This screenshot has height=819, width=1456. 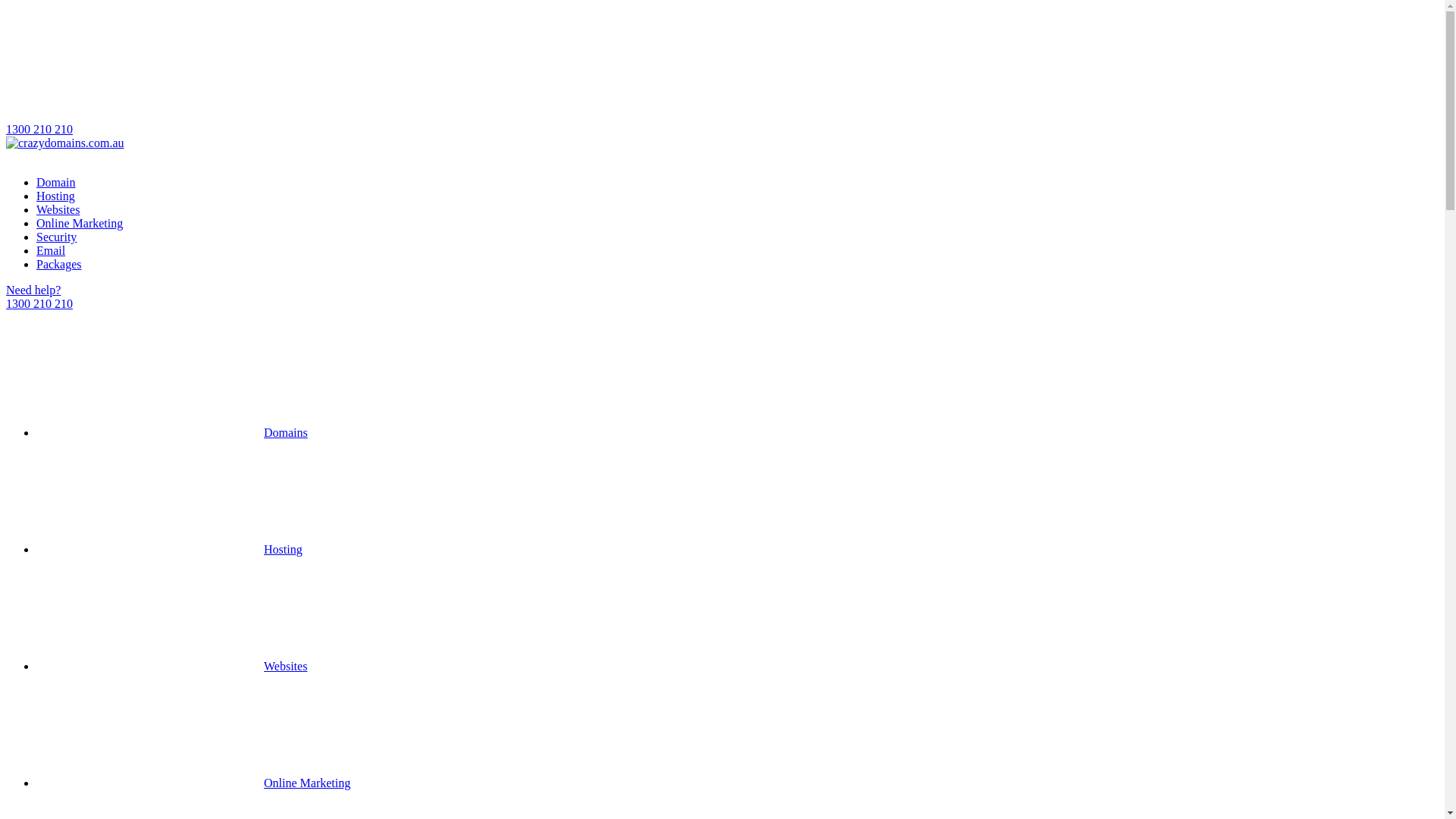 What do you see at coordinates (192, 783) in the screenshot?
I see `'Online Marketing'` at bounding box center [192, 783].